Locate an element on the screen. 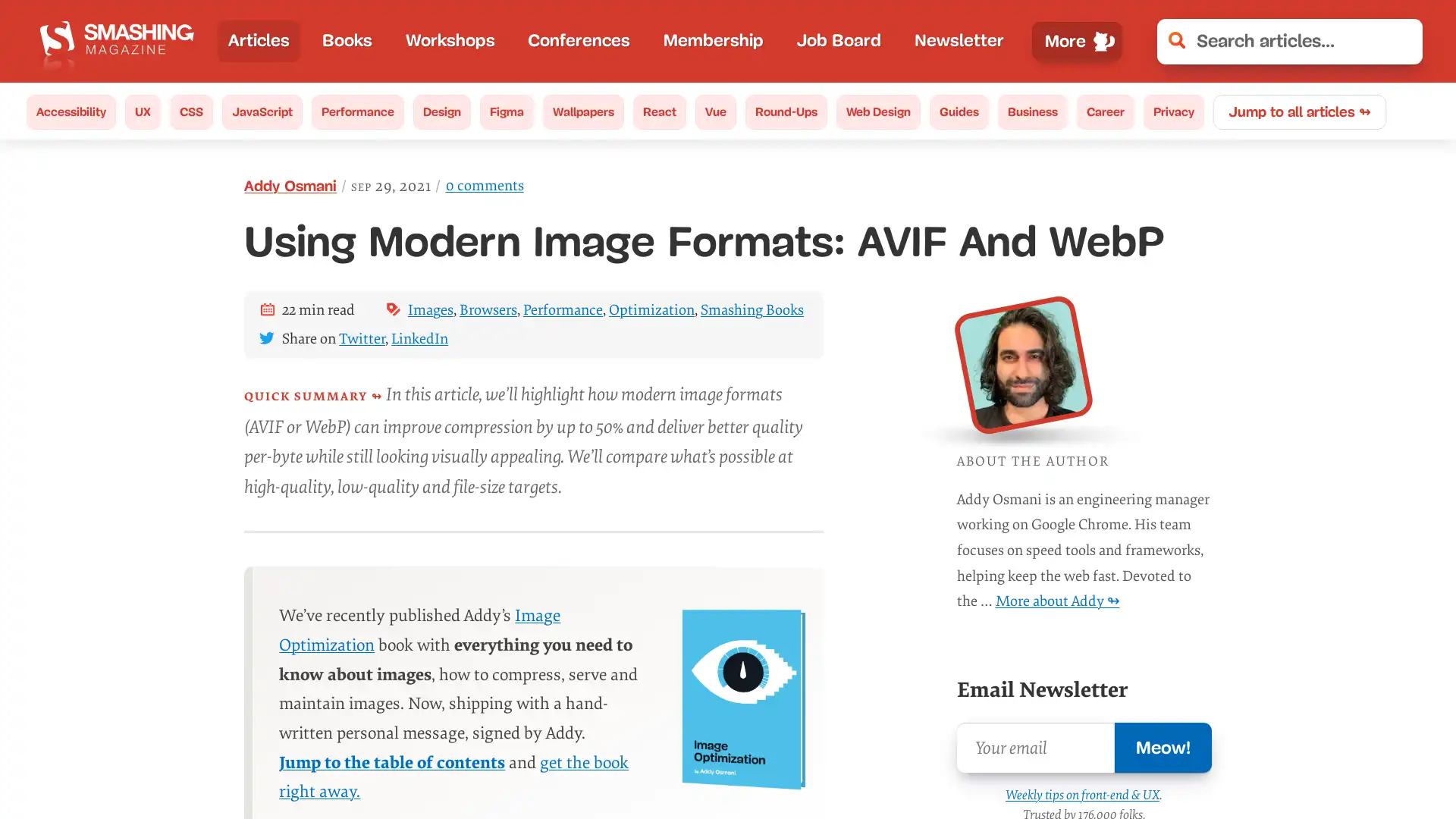  Its okay. is located at coordinates (1341, 756).